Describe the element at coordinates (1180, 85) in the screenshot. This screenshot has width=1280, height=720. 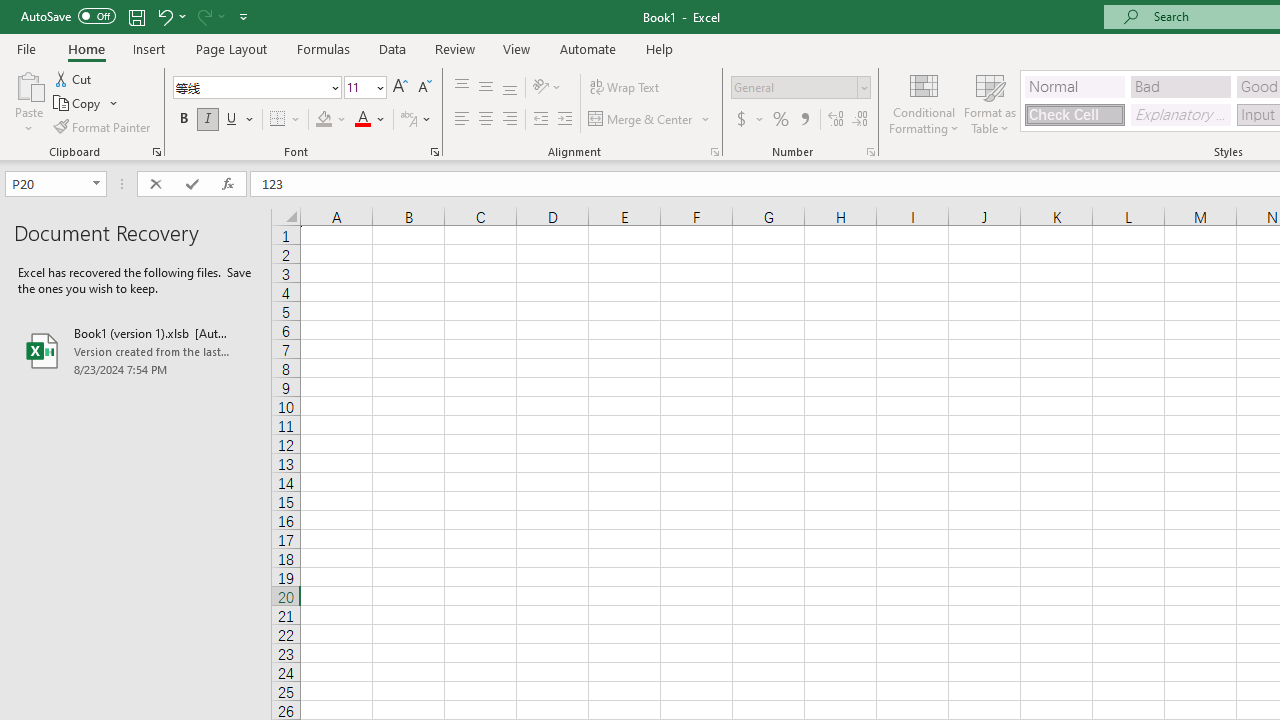
I see `'Bad'` at that location.